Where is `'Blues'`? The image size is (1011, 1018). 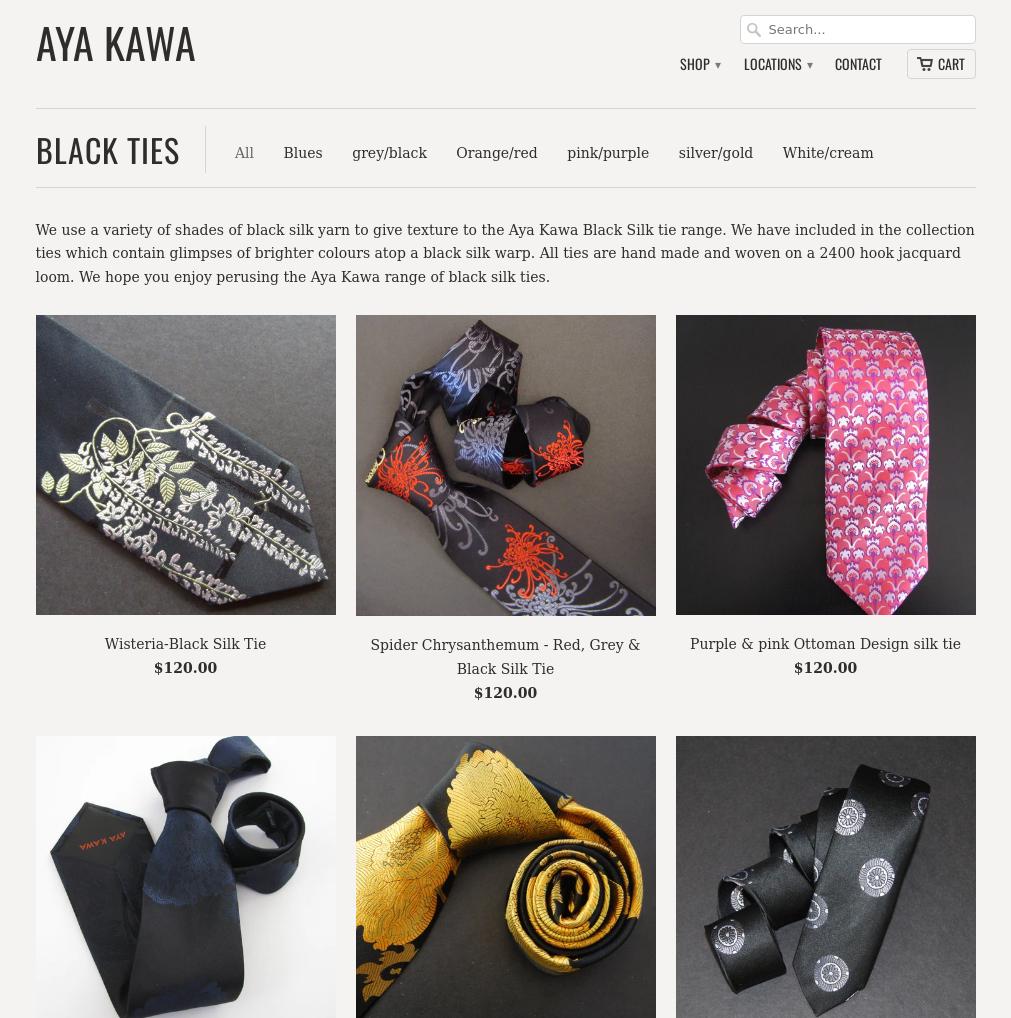
'Blues' is located at coordinates (282, 150).